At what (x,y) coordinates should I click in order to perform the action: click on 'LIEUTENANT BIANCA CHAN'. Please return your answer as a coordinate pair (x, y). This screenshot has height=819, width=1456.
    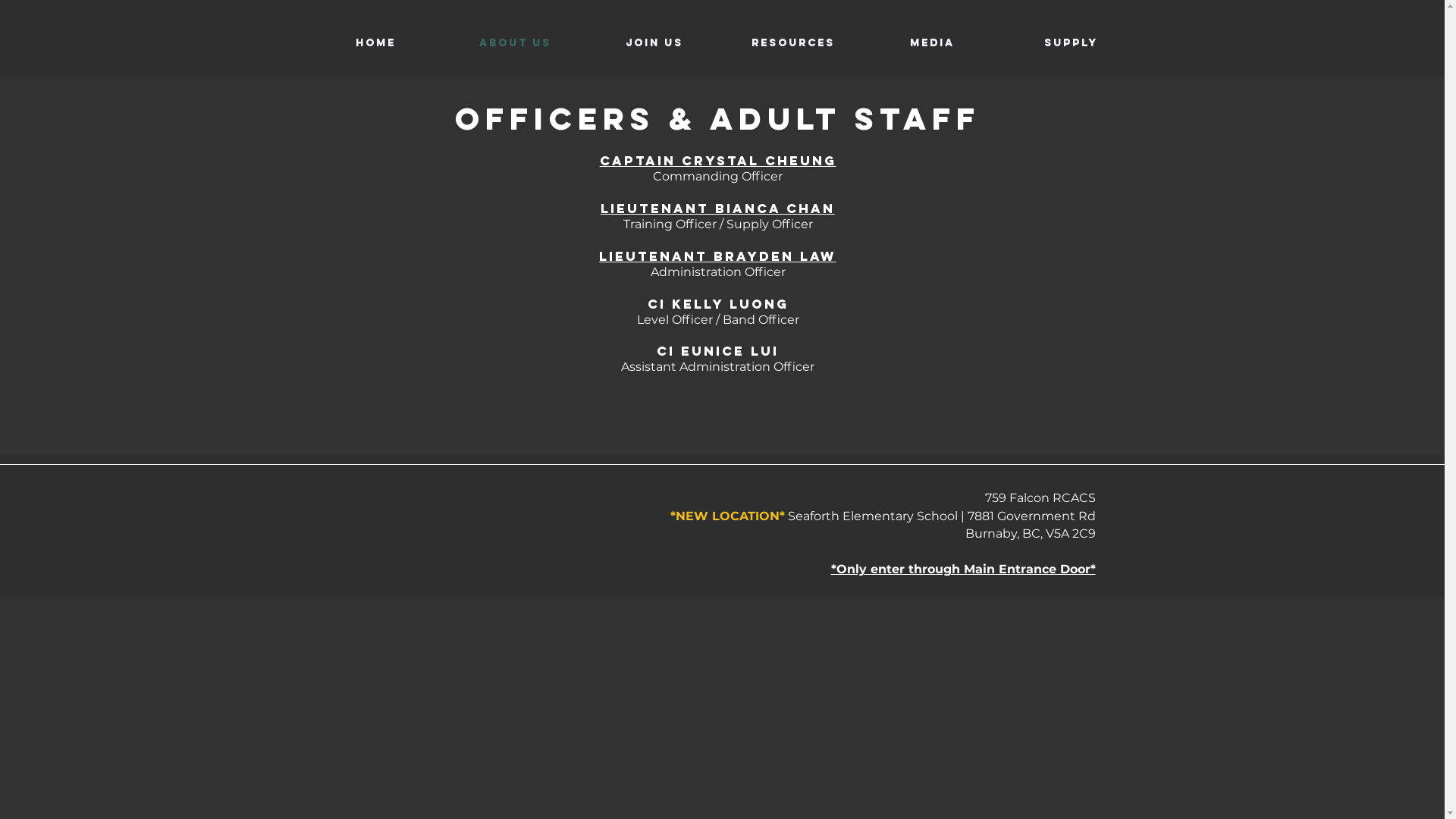
    Looking at the image, I should click on (717, 208).